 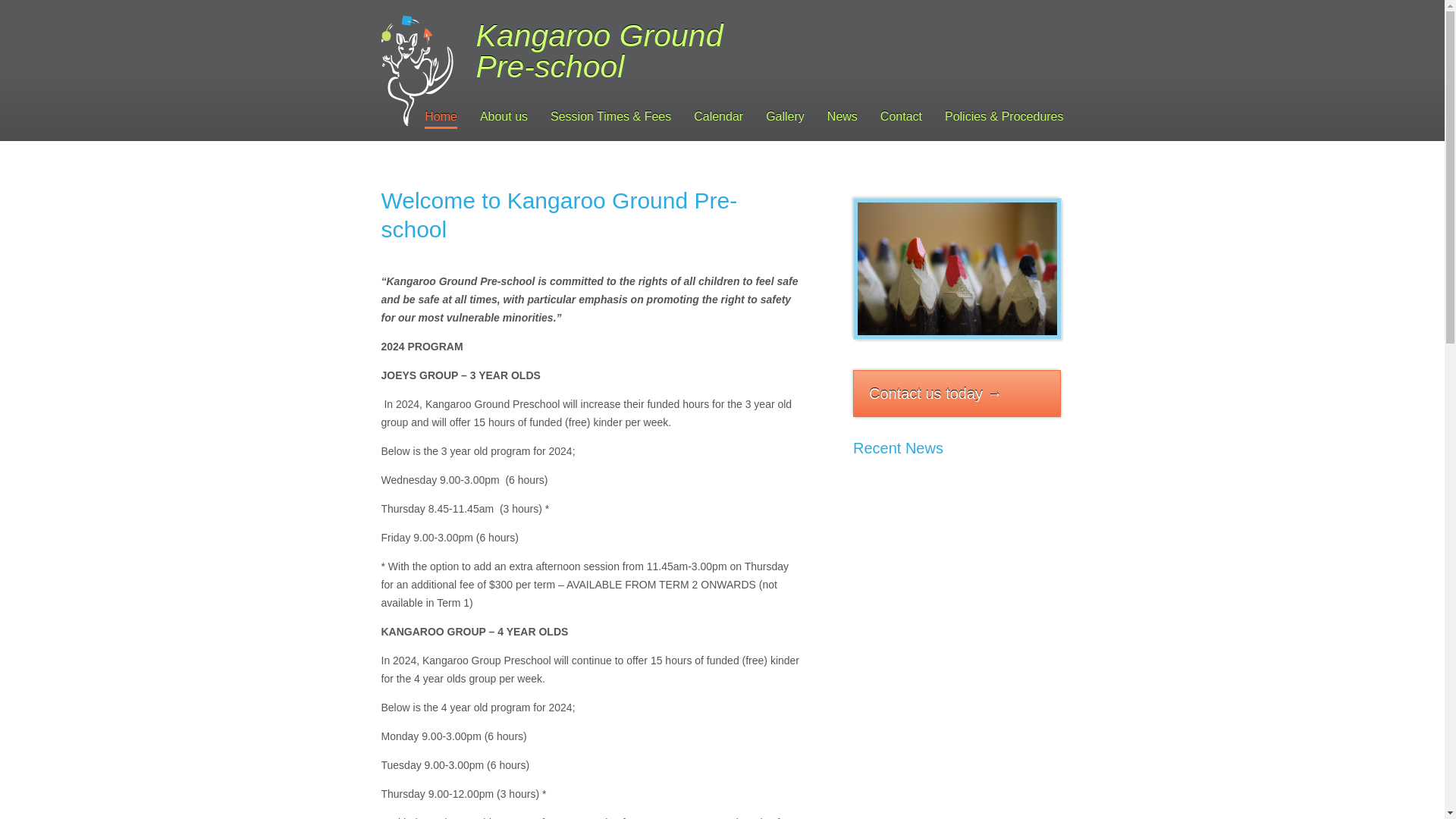 What do you see at coordinates (901, 117) in the screenshot?
I see `'Contact'` at bounding box center [901, 117].